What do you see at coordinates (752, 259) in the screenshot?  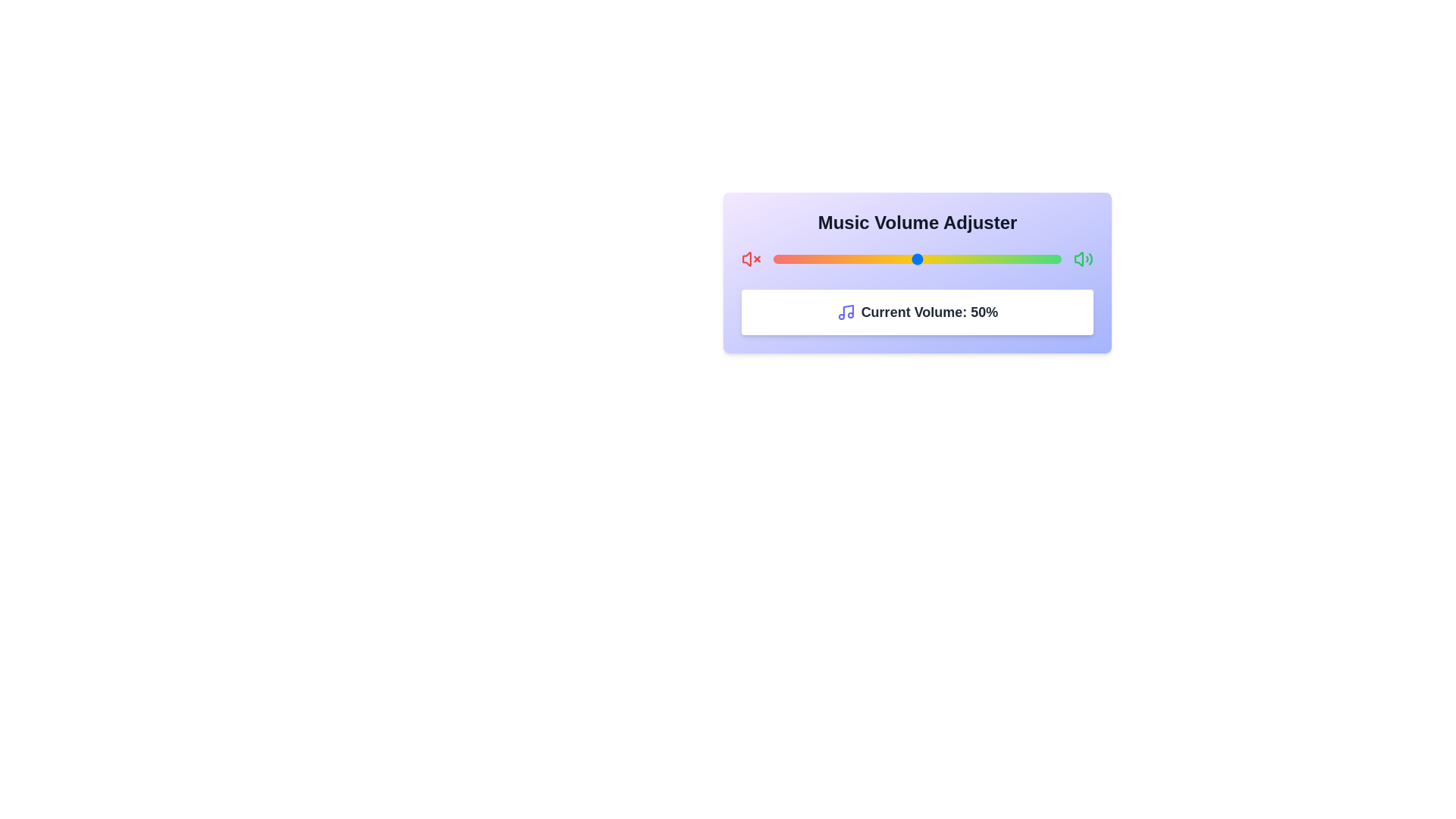 I see `the mute icon to mute the volume` at bounding box center [752, 259].